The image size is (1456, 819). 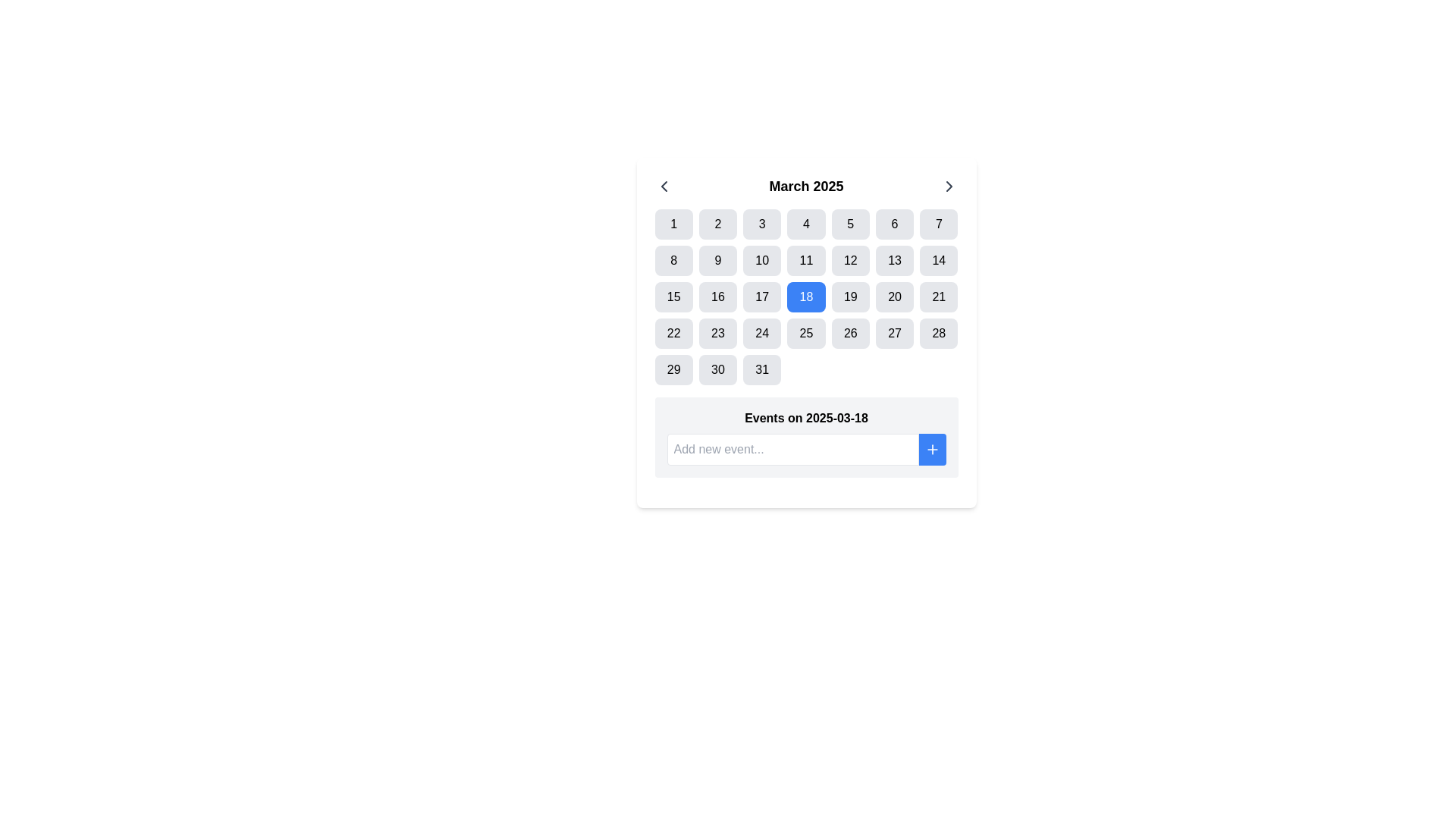 I want to click on the square button with a light gray background and the number '3' in bold, black text, so click(x=762, y=224).